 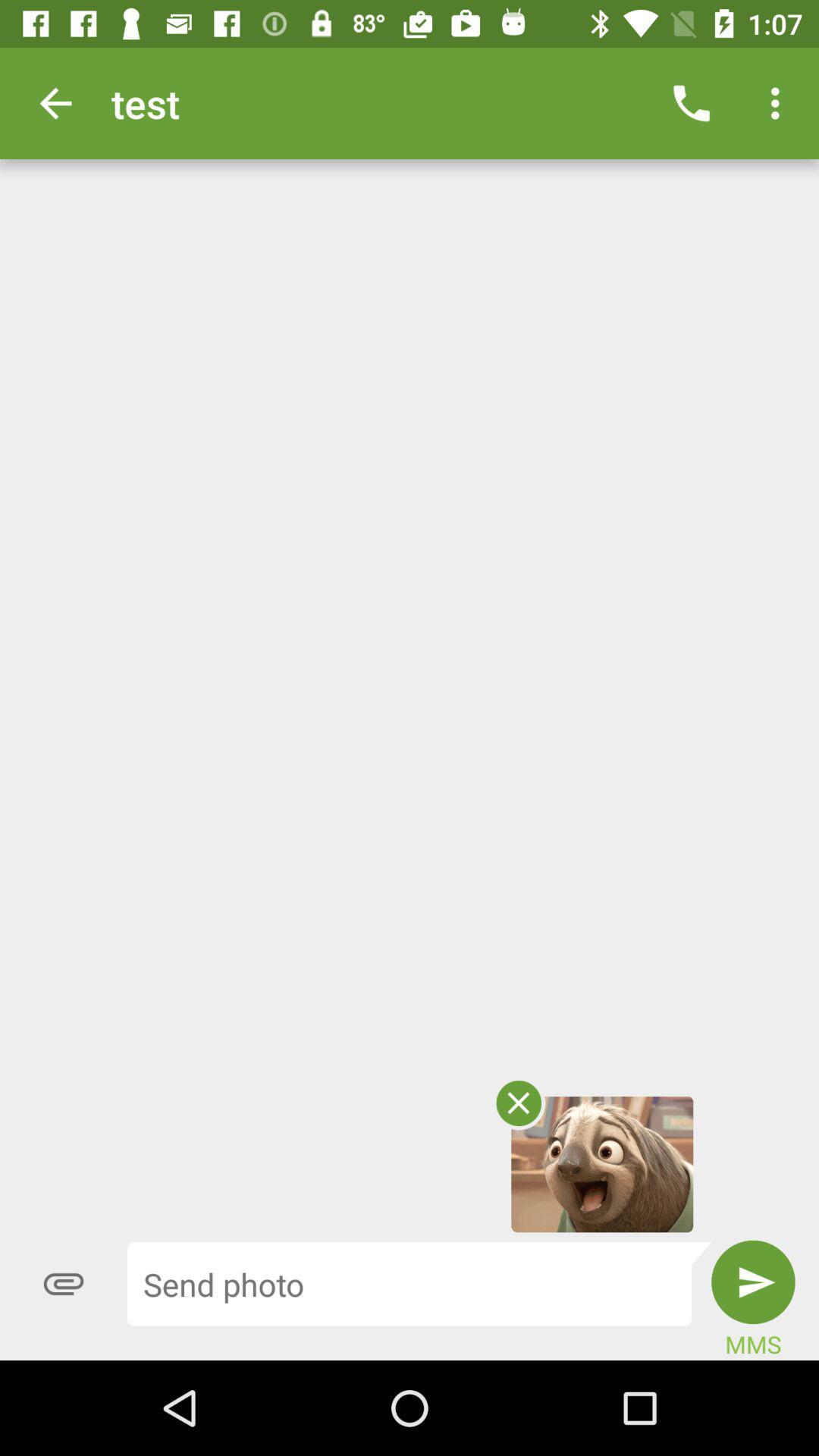 What do you see at coordinates (753, 1281) in the screenshot?
I see `item above mms item` at bounding box center [753, 1281].